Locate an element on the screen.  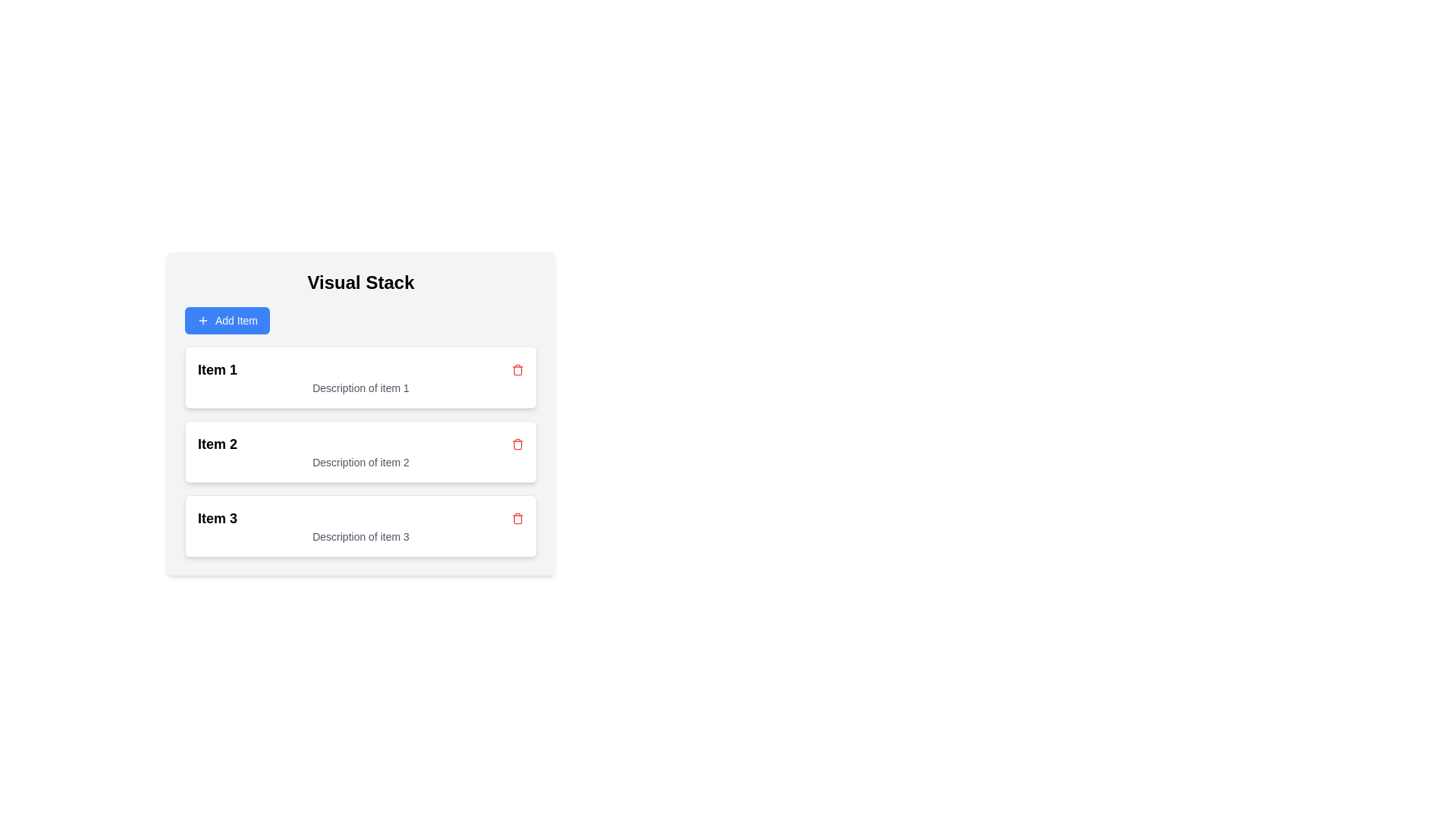
the delete icon button located on the right-hand side of 'Item 1' to initiate the delete operation is located at coordinates (517, 370).